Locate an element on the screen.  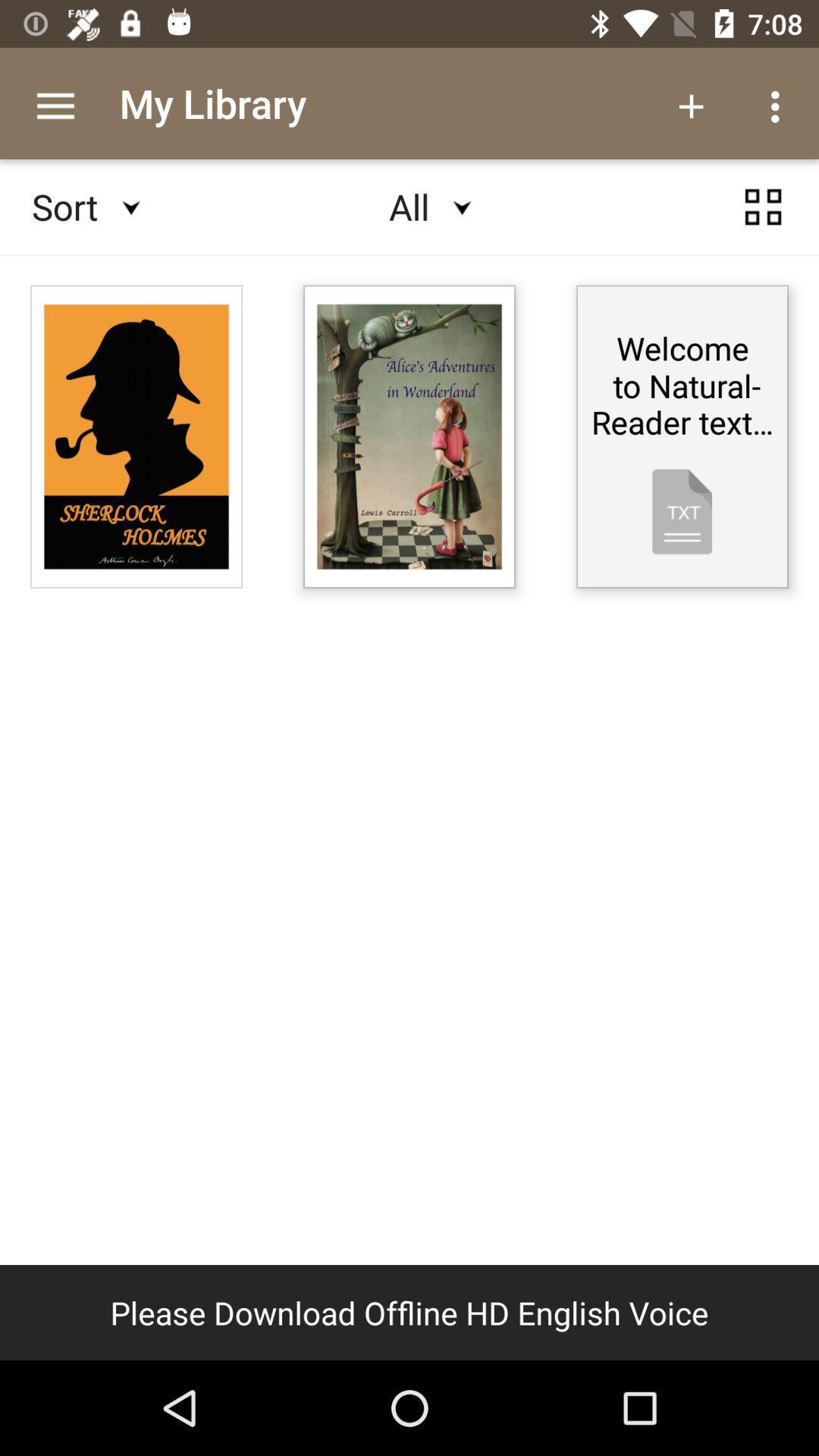
the date_range icon is located at coordinates (763, 221).